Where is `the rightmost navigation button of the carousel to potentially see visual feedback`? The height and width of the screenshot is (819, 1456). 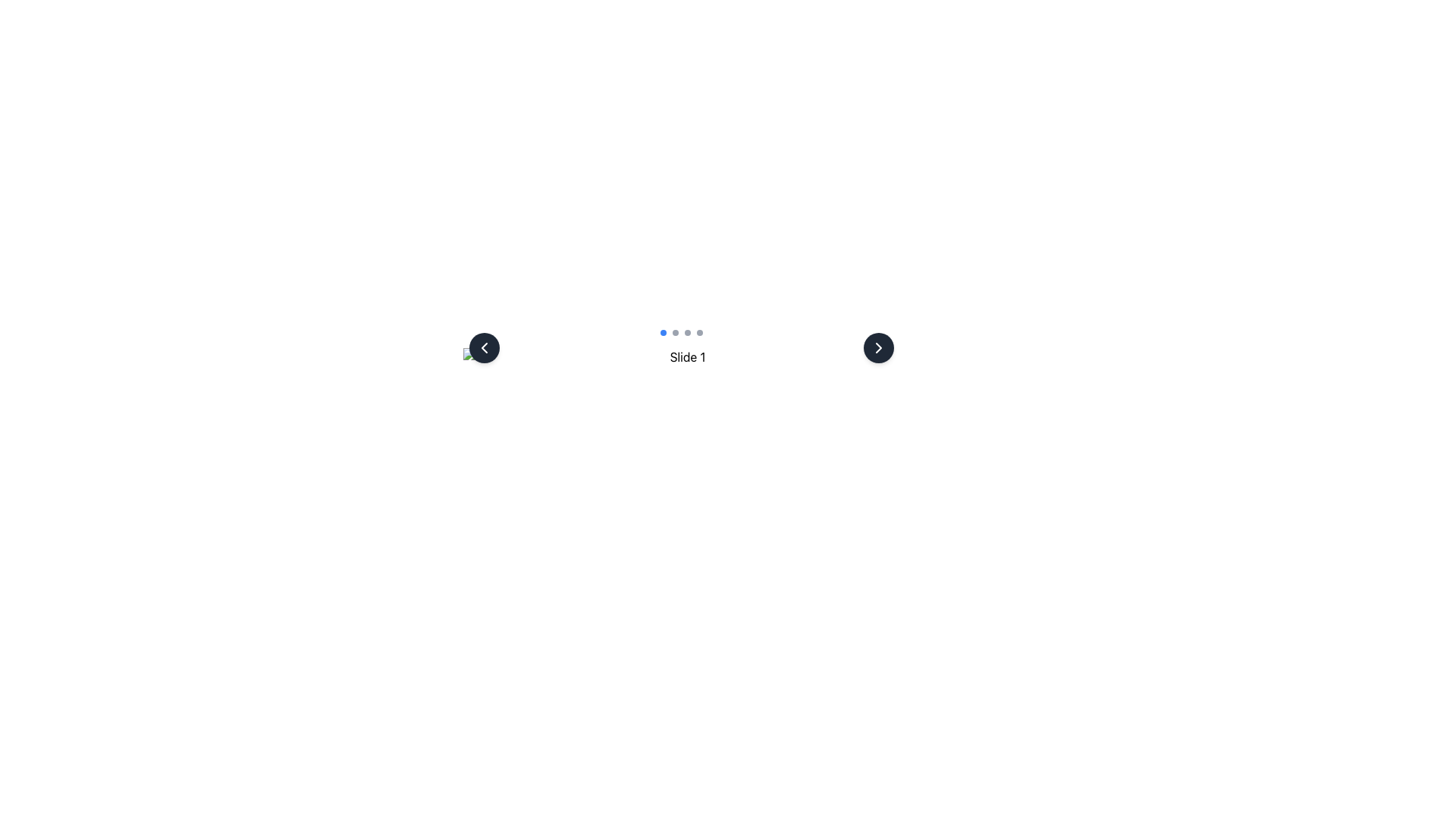
the rightmost navigation button of the carousel to potentially see visual feedback is located at coordinates (878, 348).